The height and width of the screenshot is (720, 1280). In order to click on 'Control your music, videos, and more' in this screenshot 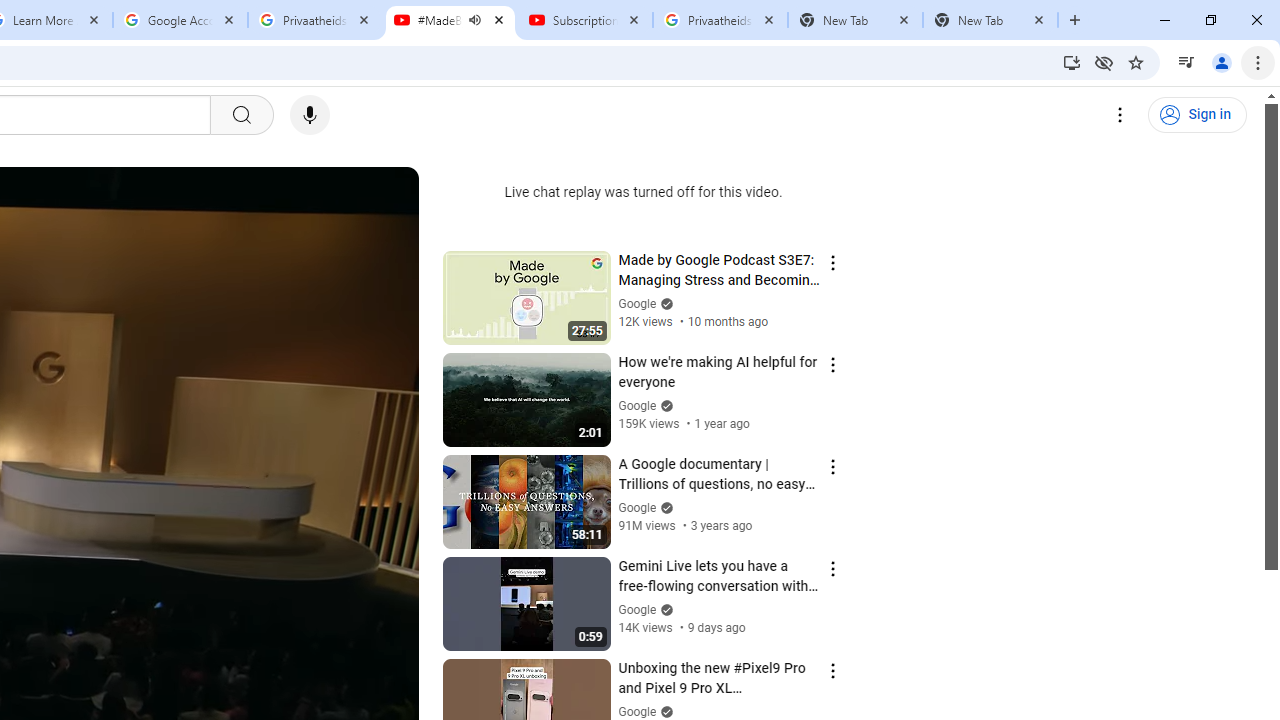, I will do `click(1185, 61)`.